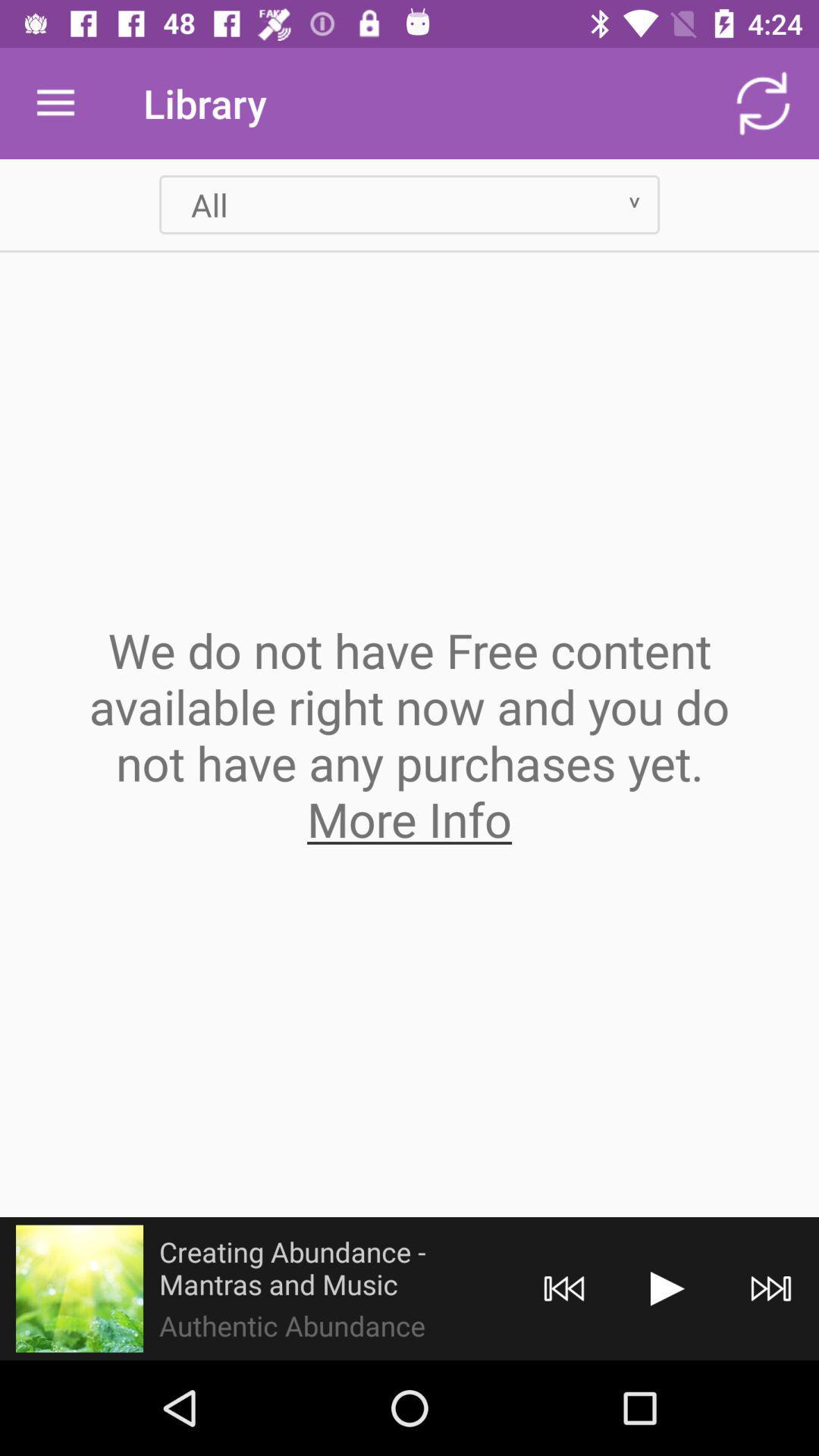 This screenshot has height=1456, width=819. What do you see at coordinates (771, 1288) in the screenshot?
I see `the skip_next icon` at bounding box center [771, 1288].